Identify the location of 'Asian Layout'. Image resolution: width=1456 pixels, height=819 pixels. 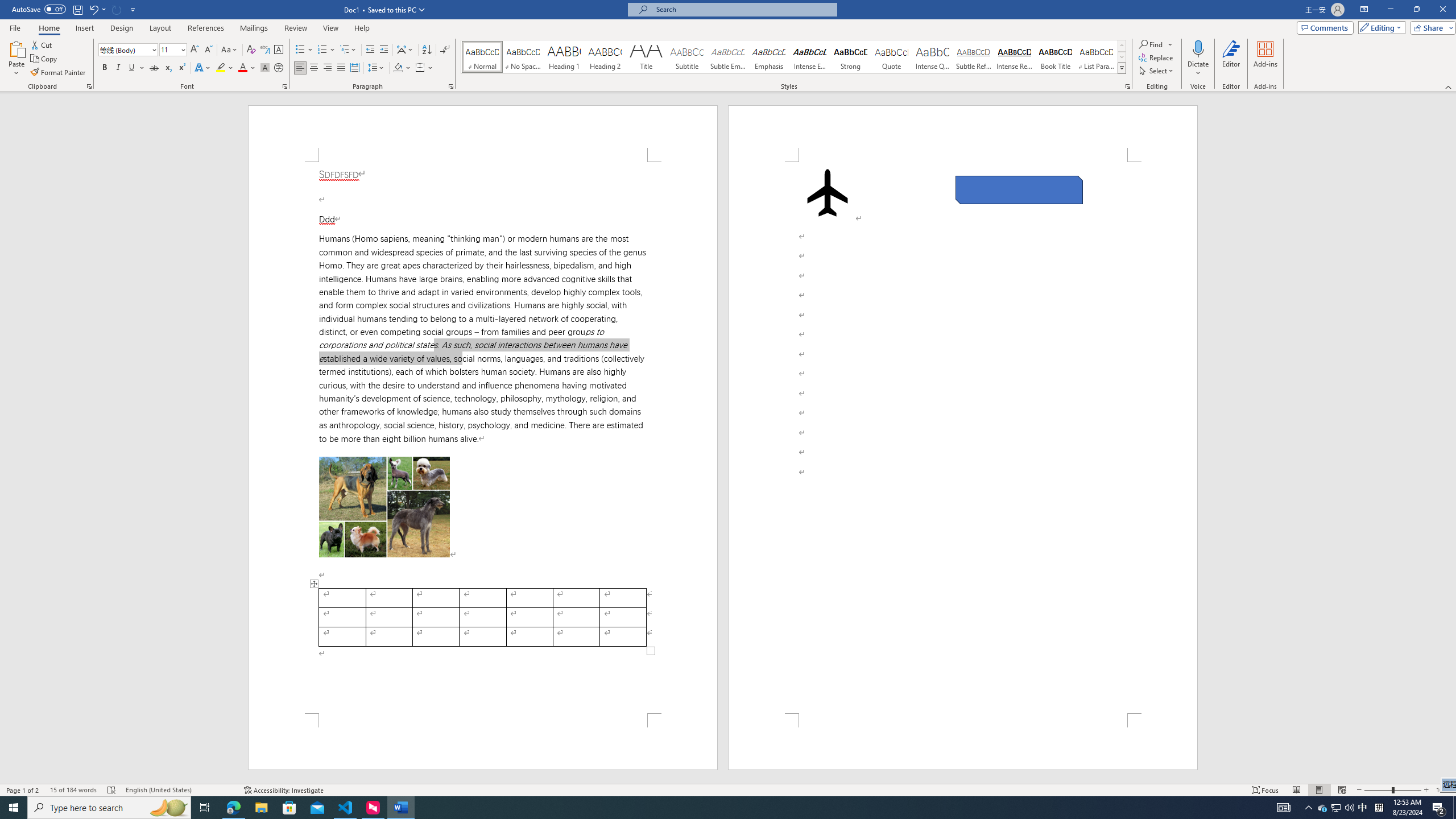
(405, 49).